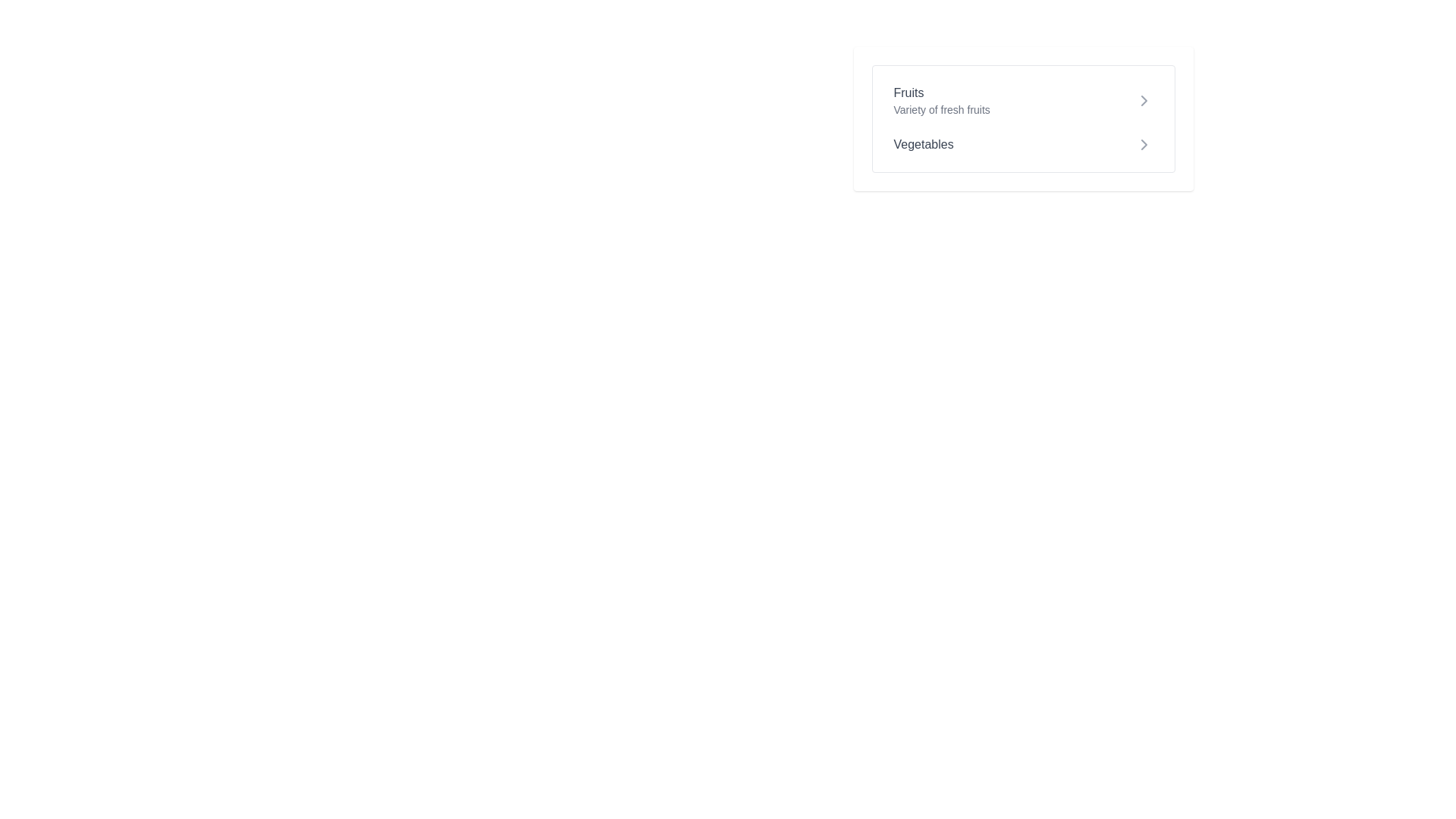 This screenshot has height=819, width=1456. Describe the element at coordinates (1144, 145) in the screenshot. I see `the right-pointing gray chevron icon located to the far right of the 'Vegetables' text in the second list item` at that location.